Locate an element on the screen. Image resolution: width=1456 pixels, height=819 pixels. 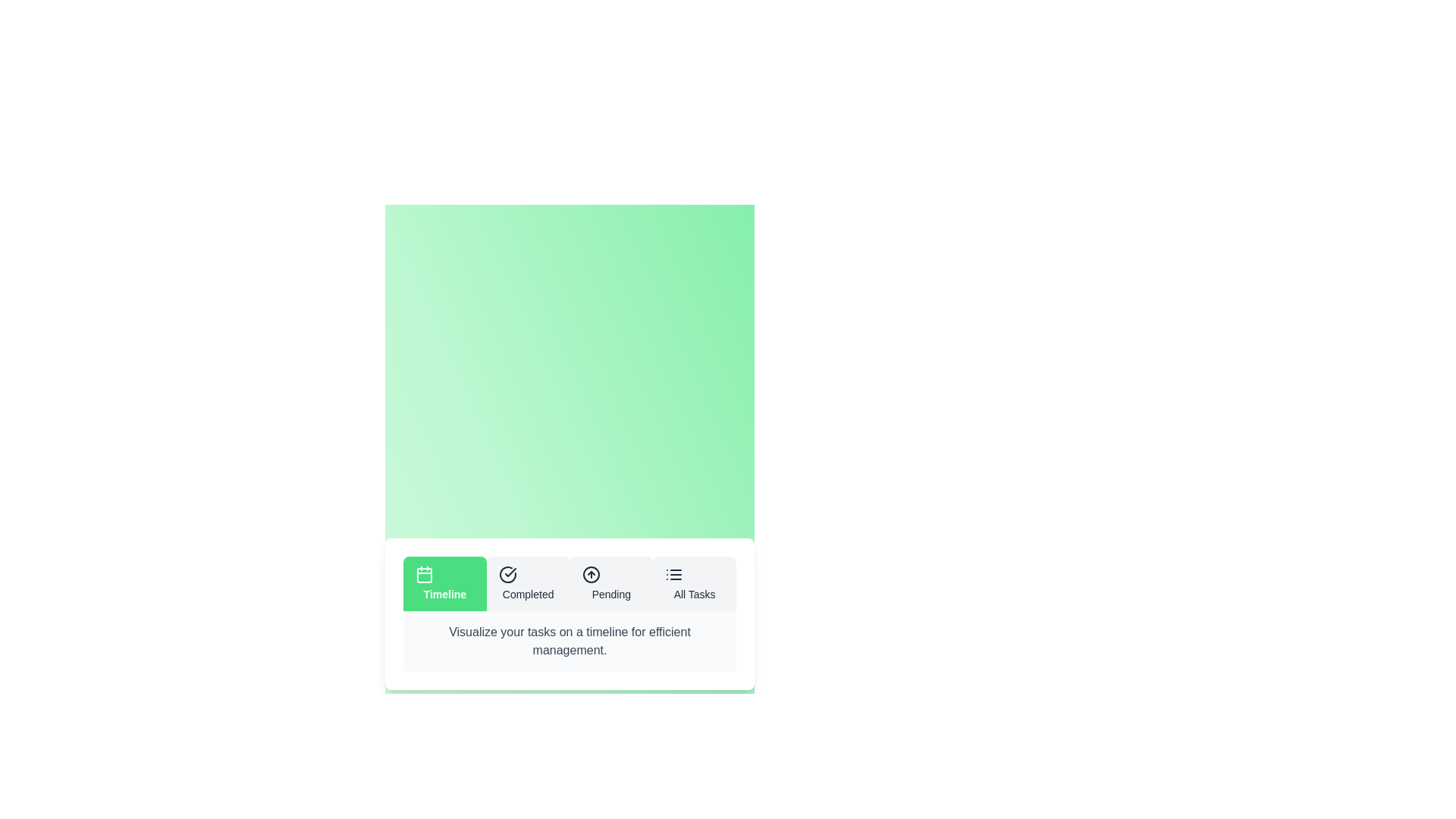
the Pending tab by clicking on the corresponding tab button is located at coordinates (611, 583).